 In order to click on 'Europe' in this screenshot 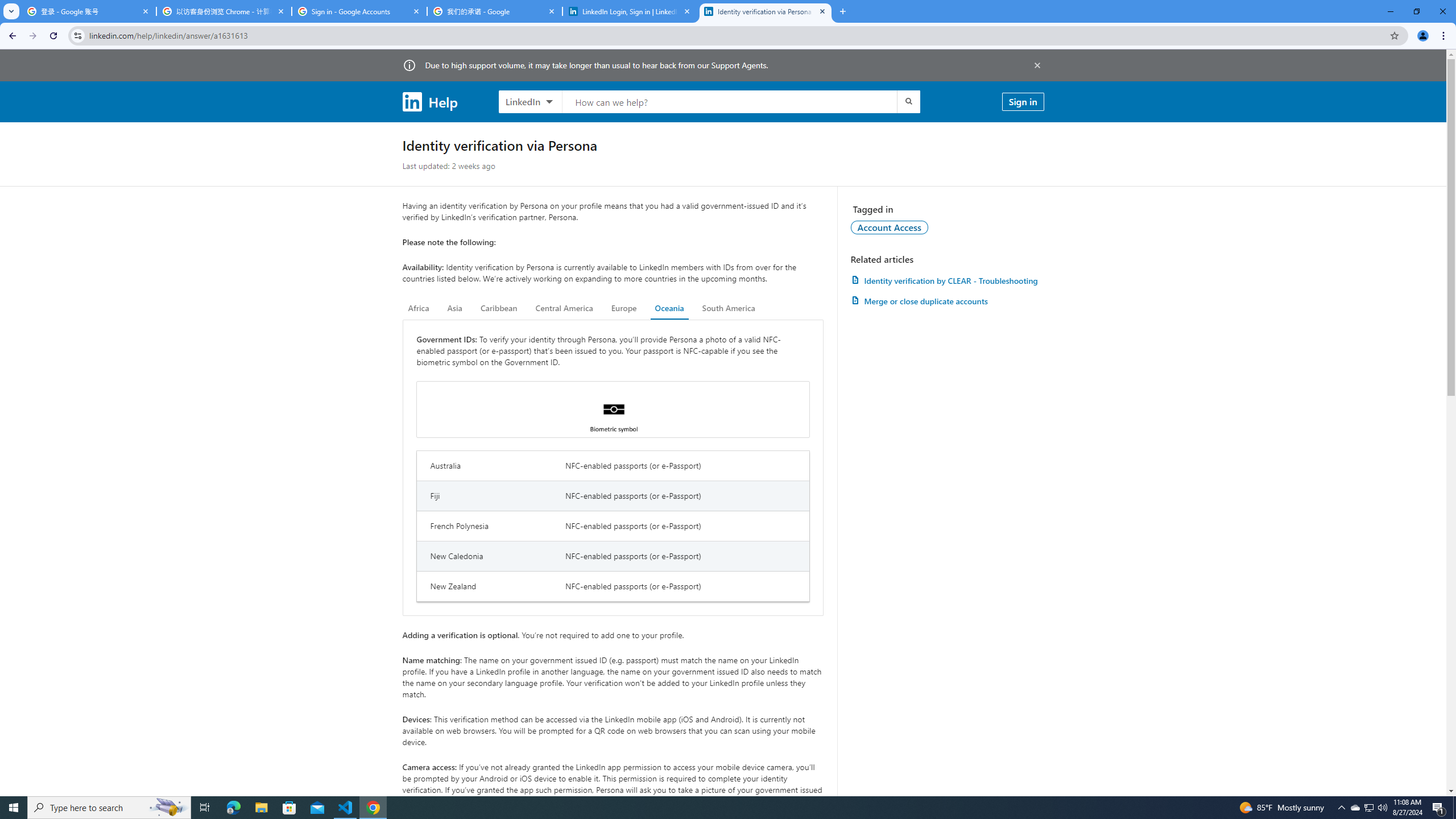, I will do `click(623, 308)`.